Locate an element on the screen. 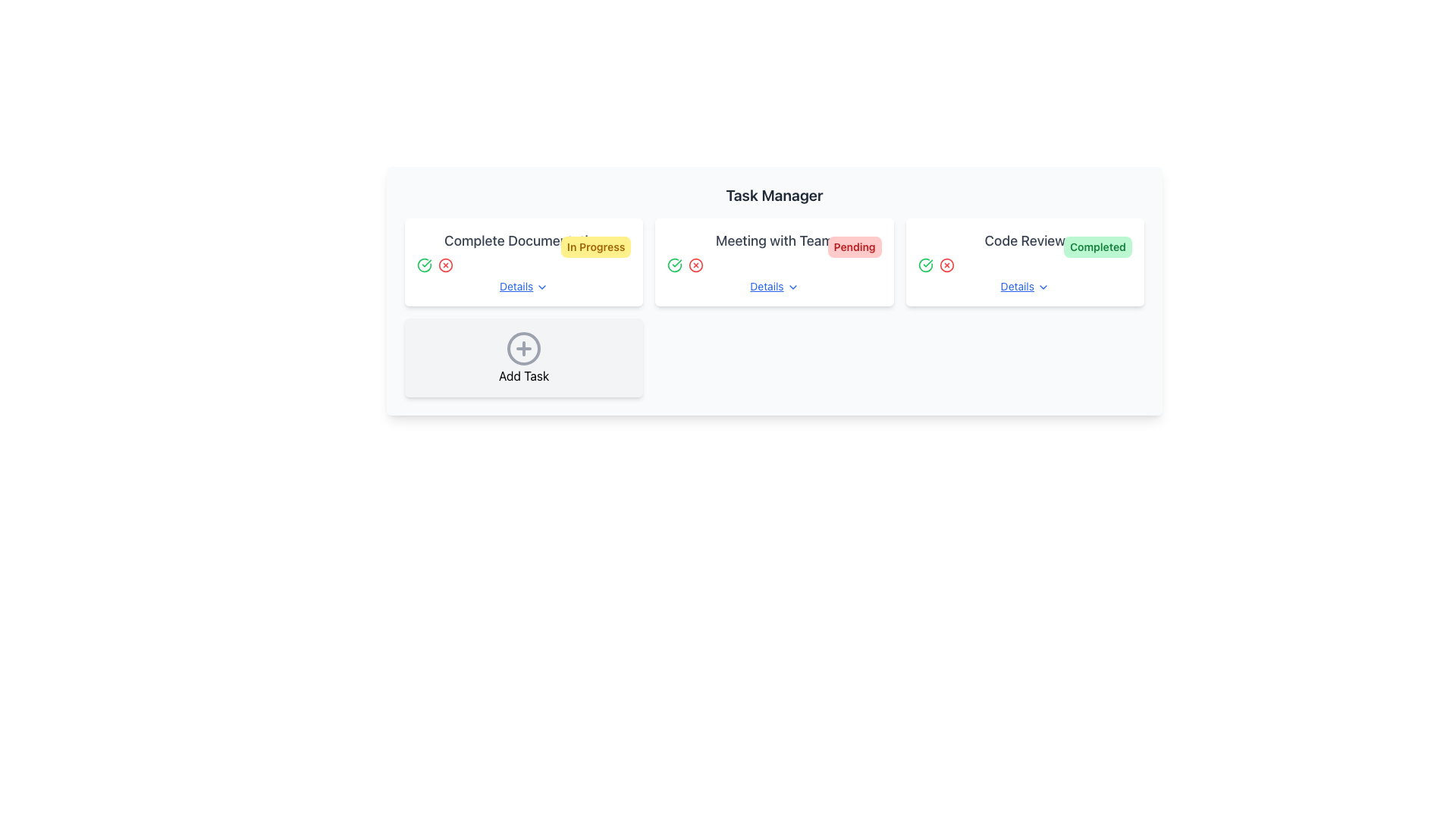 The width and height of the screenshot is (1456, 819). the hyperlink with an accompanying icon located at the center-bottom of the 'Complete Documentation' task card is located at coordinates (524, 287).